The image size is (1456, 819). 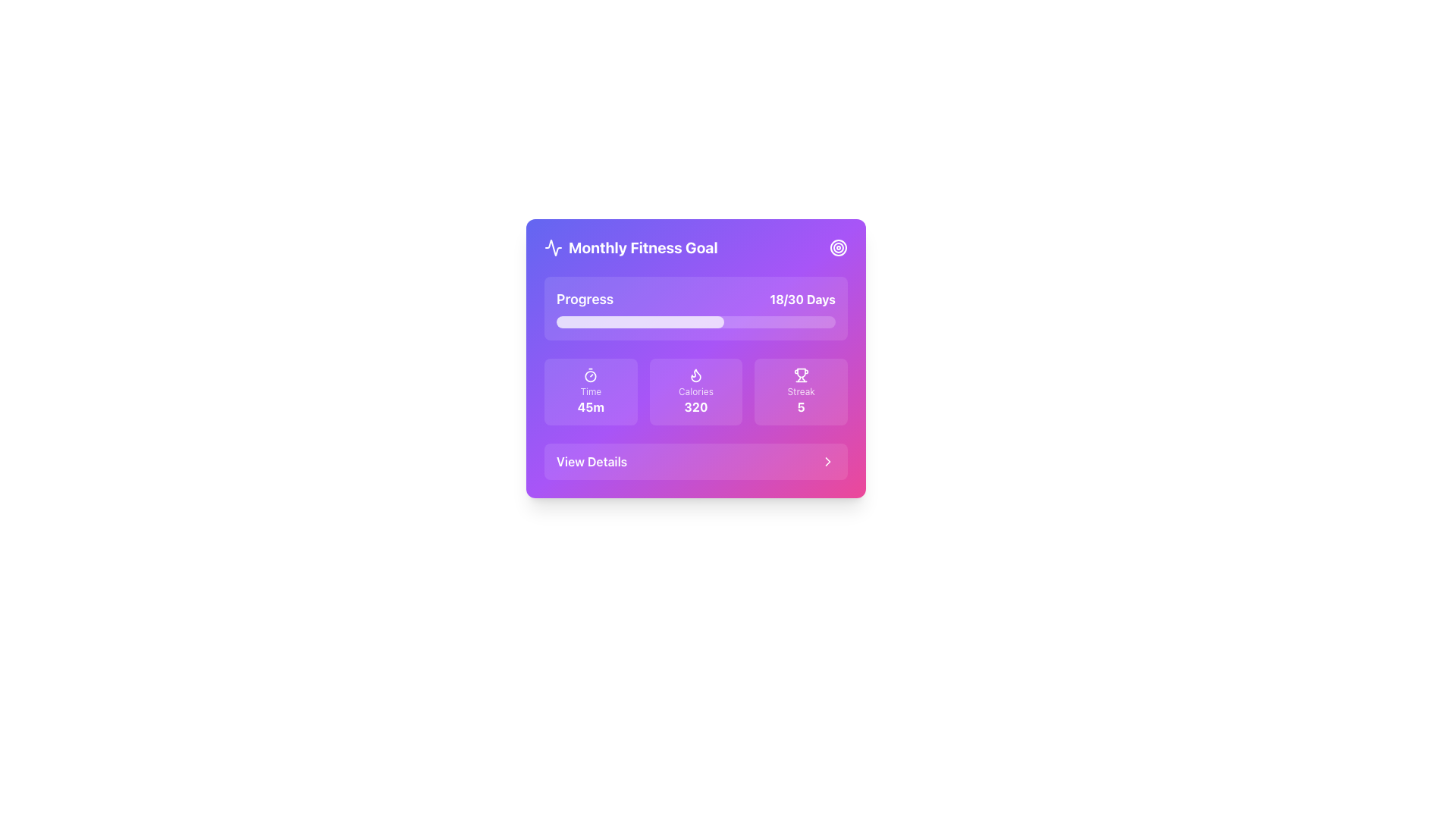 What do you see at coordinates (590, 375) in the screenshot?
I see `the timer or stopwatch icon located in the top-left quadrant, directly above the label 'Time' and the value '45m'` at bounding box center [590, 375].